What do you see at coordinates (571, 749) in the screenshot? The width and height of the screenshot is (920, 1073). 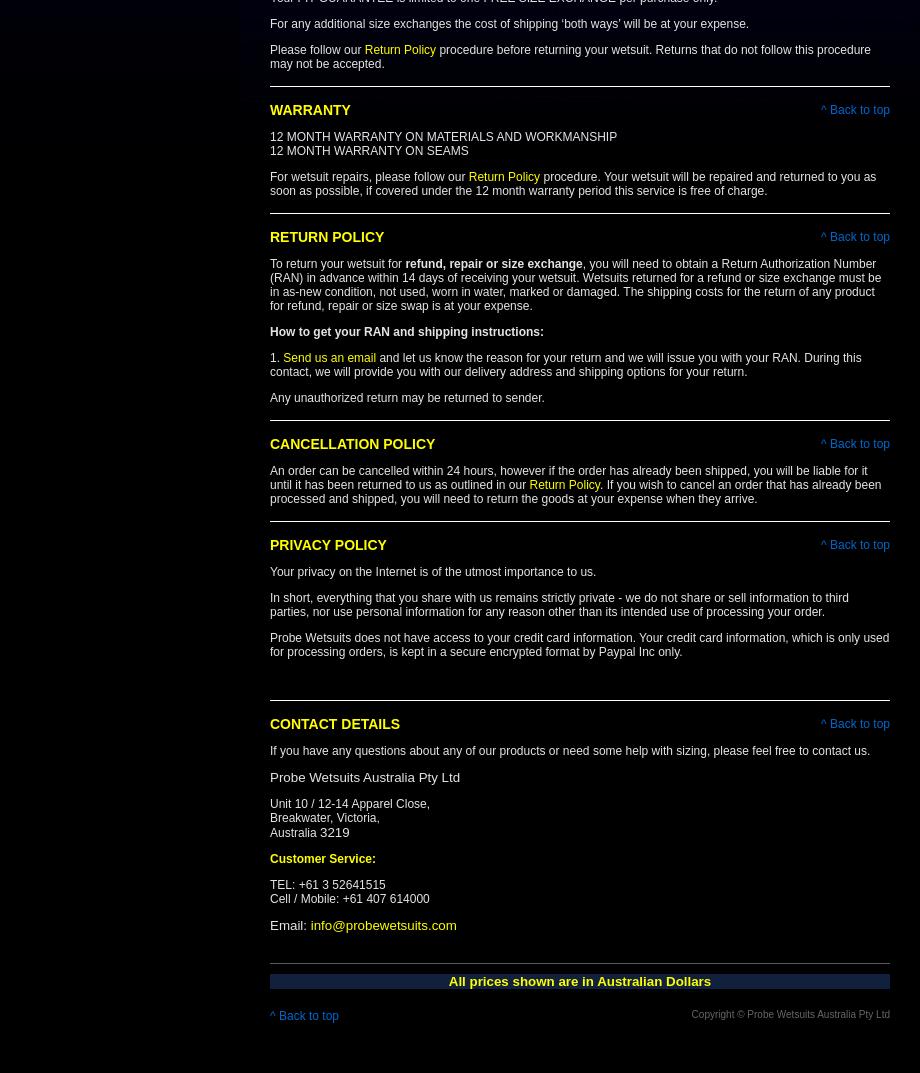 I see `'If you have any questions about any of our products or need some help with sizing, please feel free to contact us.'` at bounding box center [571, 749].